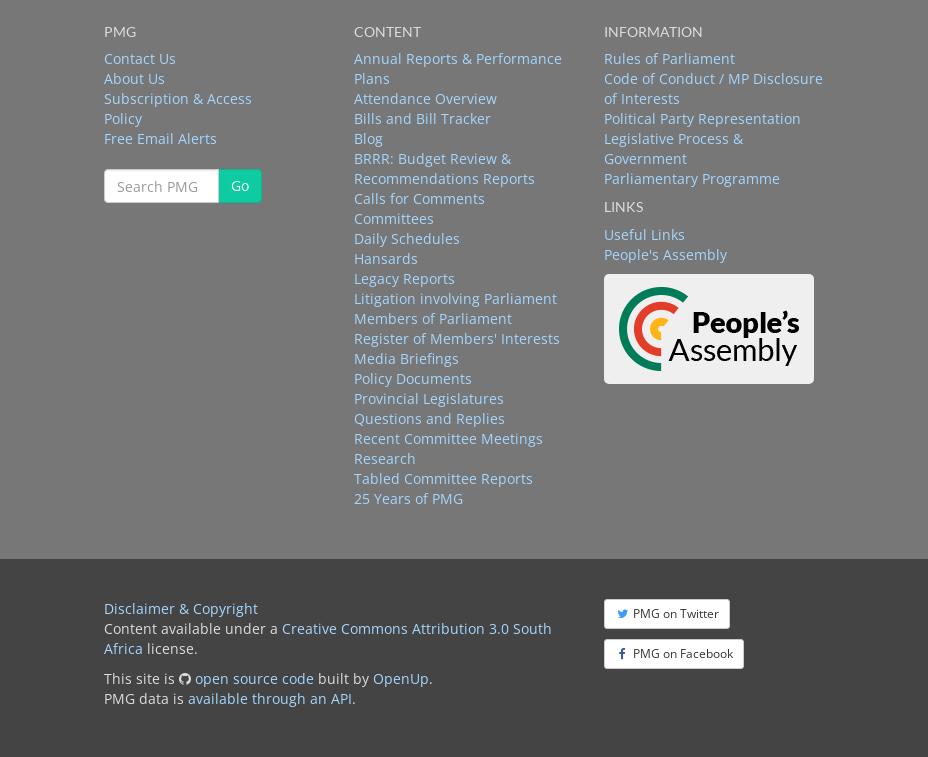 This screenshot has height=757, width=928. I want to click on '25 Years of PMG', so click(407, 497).